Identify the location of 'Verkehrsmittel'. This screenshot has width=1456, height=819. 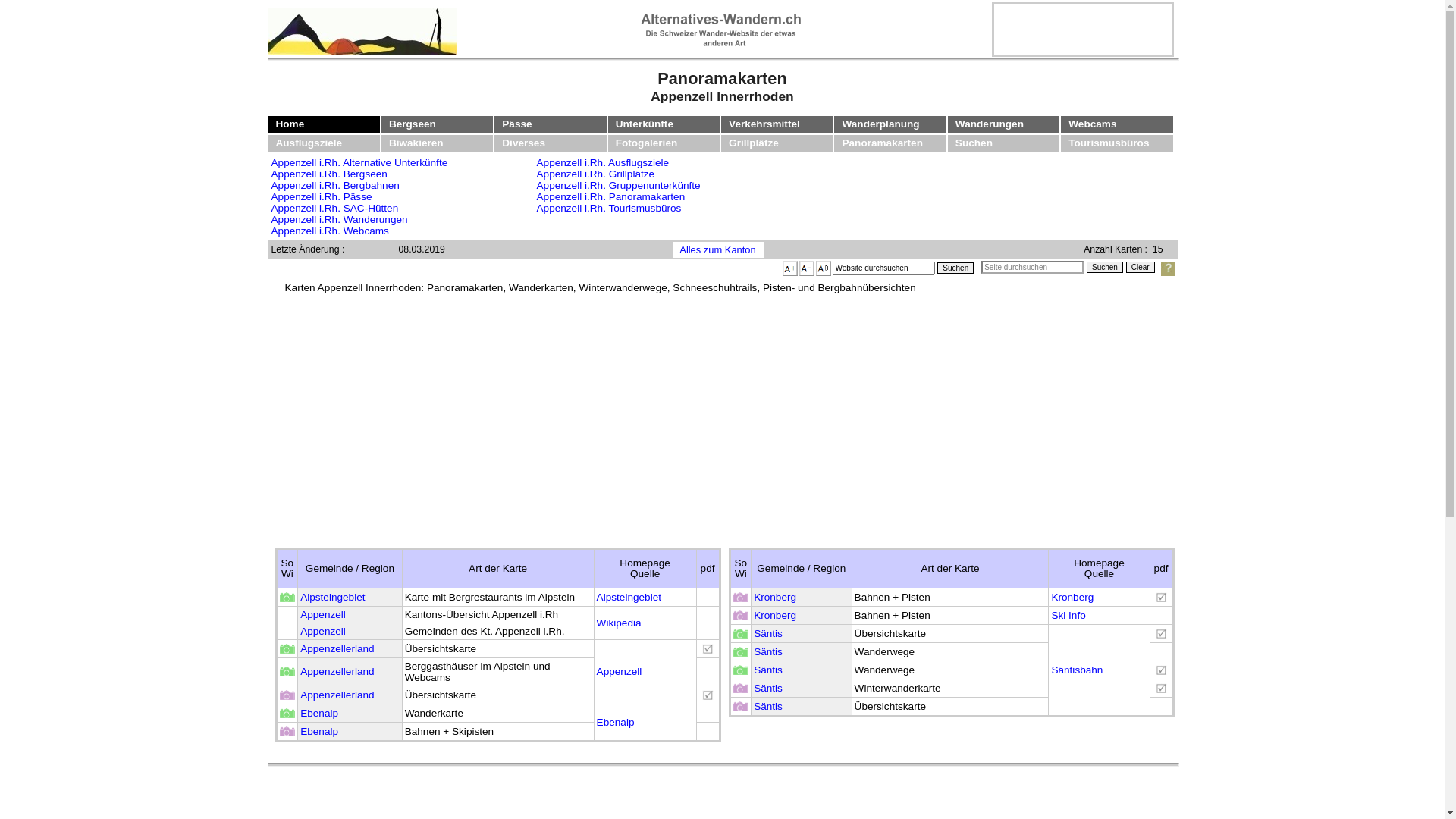
(764, 123).